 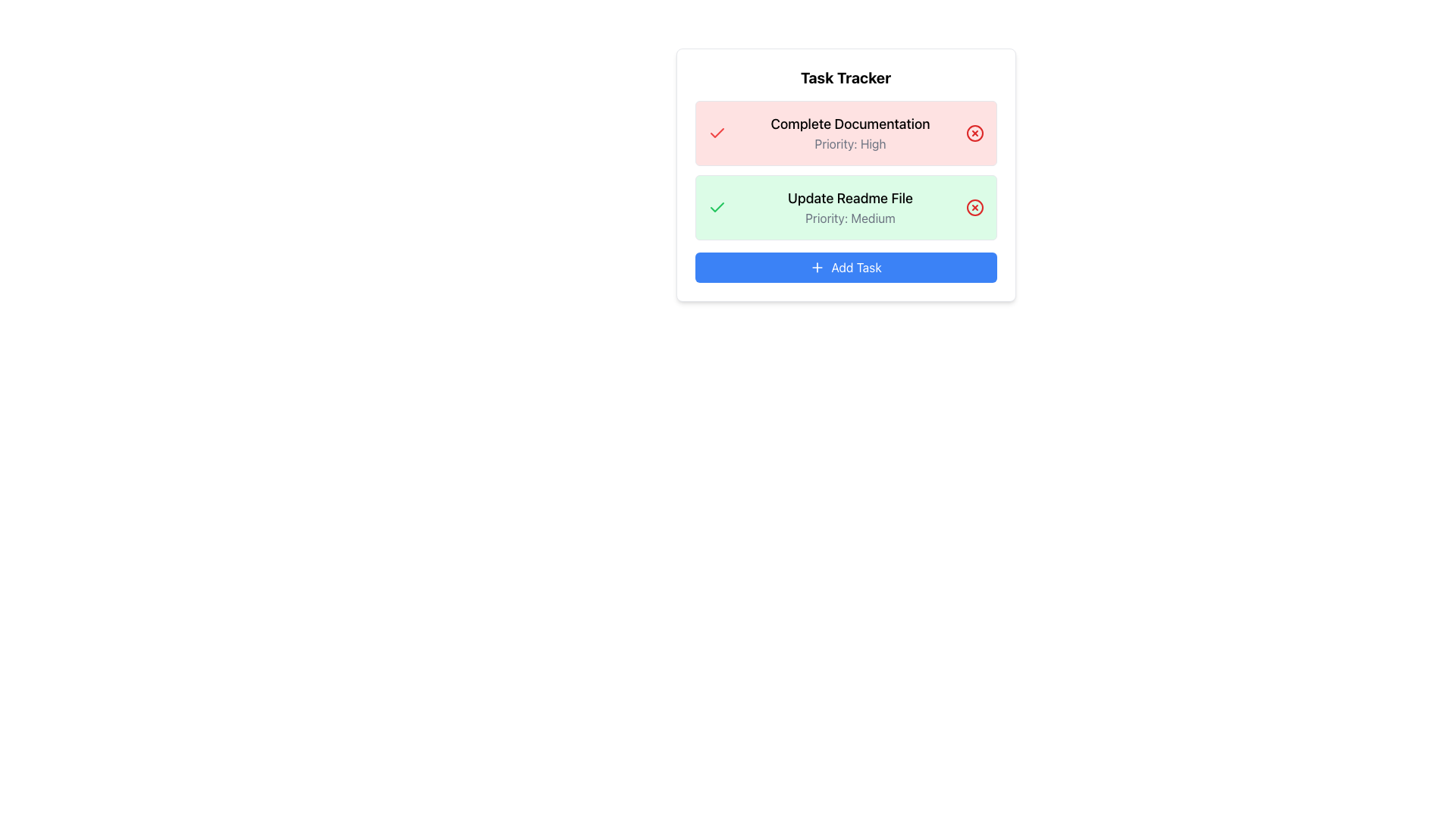 I want to click on the black circular Icon Button with a red cross ('X') located on the right side of the 'Update Readme File - Priority: Medium' task, so click(x=974, y=207).